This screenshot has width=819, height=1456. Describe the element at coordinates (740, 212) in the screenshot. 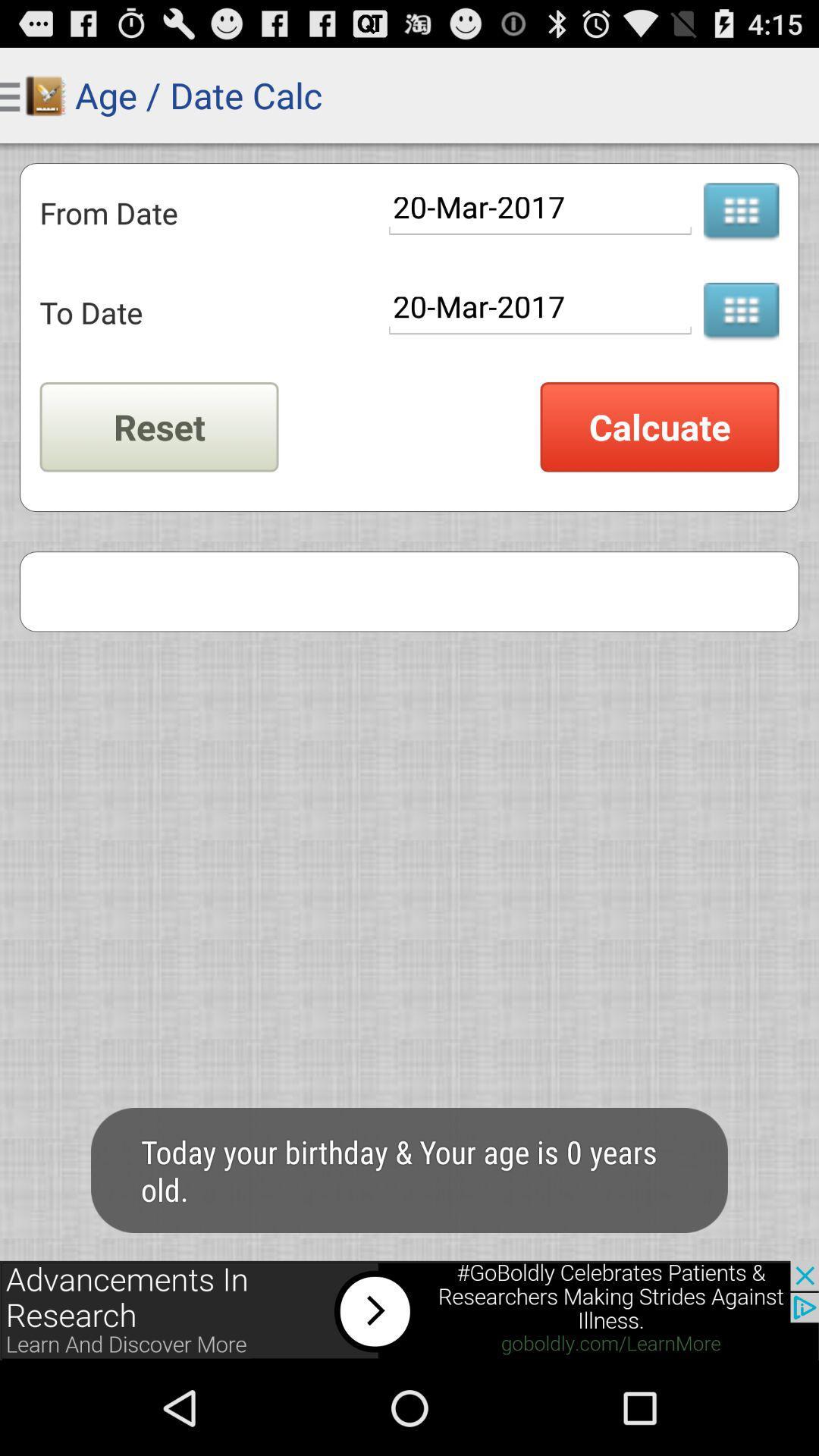

I see `date using calendar` at that location.